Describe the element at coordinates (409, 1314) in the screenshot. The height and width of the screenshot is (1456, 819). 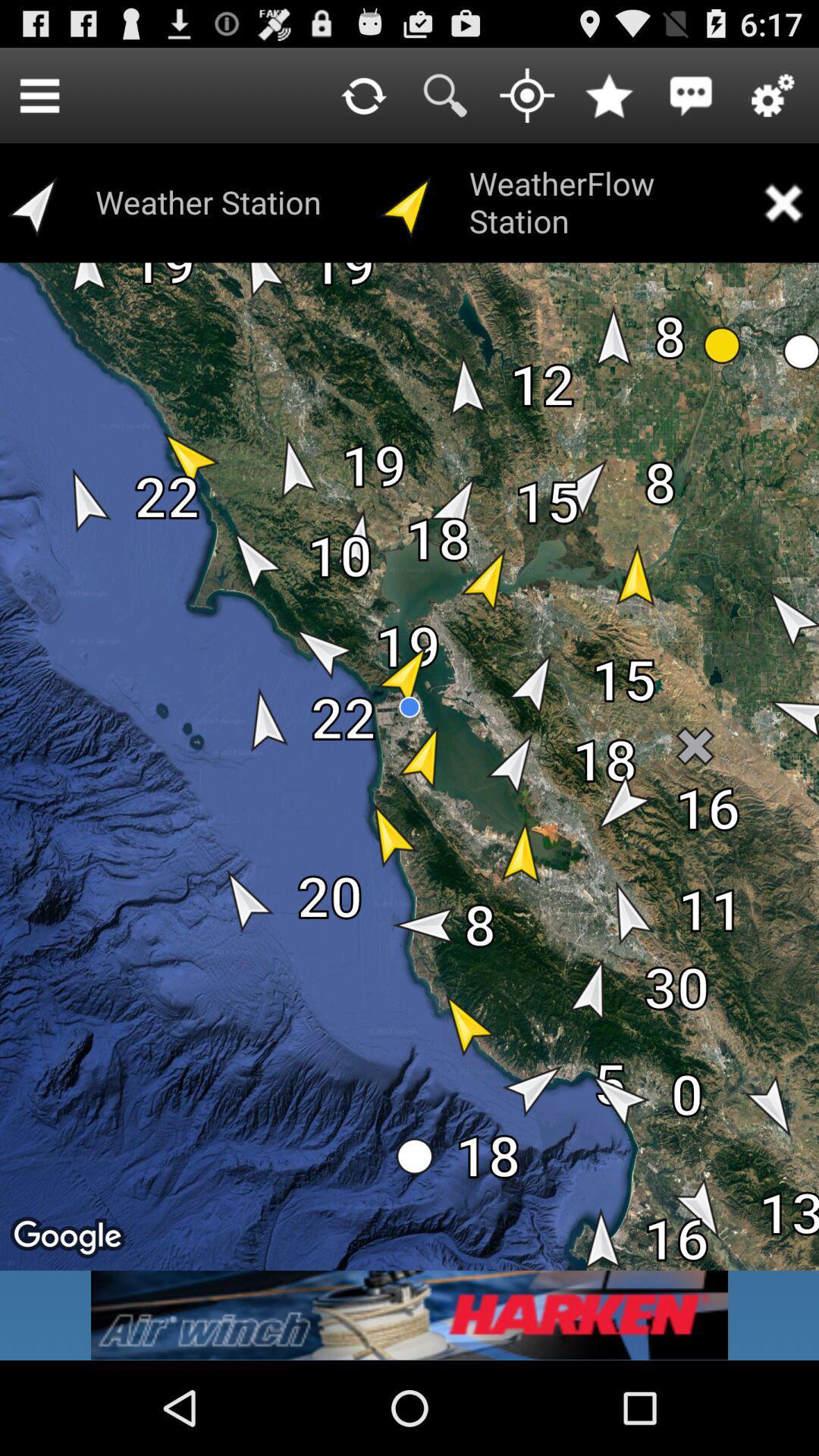
I see `visit the advertiser 's website` at that location.